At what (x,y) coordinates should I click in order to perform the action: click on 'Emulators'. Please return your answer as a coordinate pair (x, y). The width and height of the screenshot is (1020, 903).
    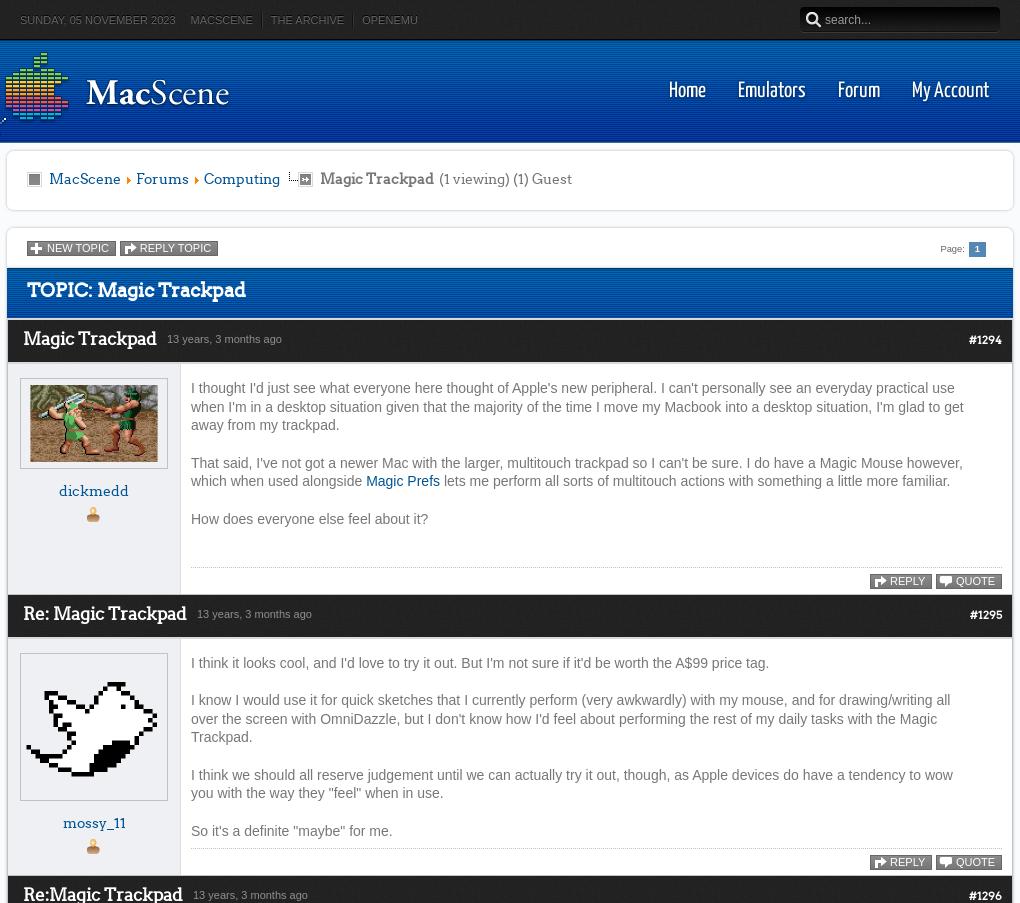
    Looking at the image, I should click on (771, 91).